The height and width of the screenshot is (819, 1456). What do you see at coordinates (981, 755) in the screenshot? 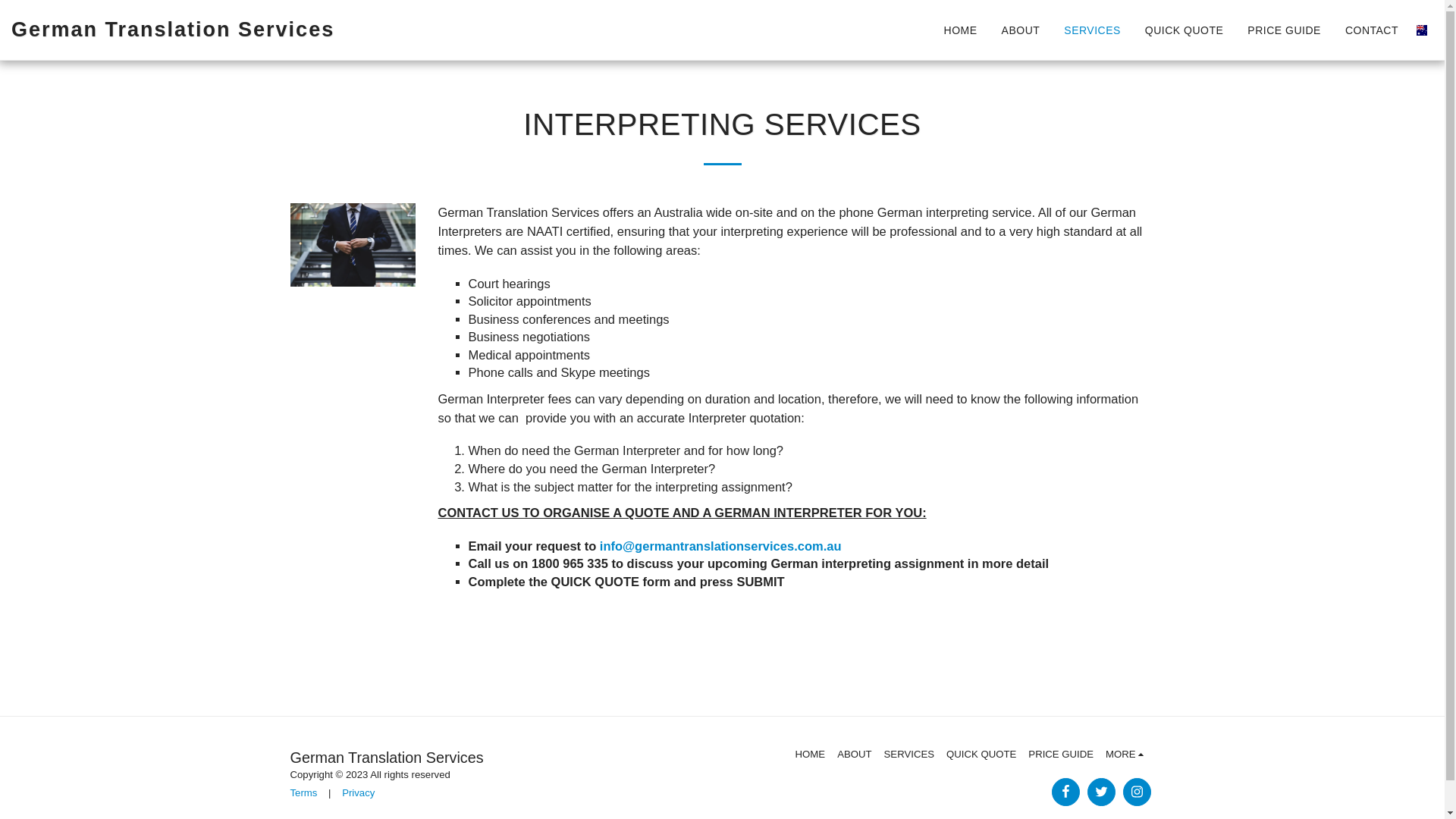
I see `'QUICK QUOTE'` at bounding box center [981, 755].